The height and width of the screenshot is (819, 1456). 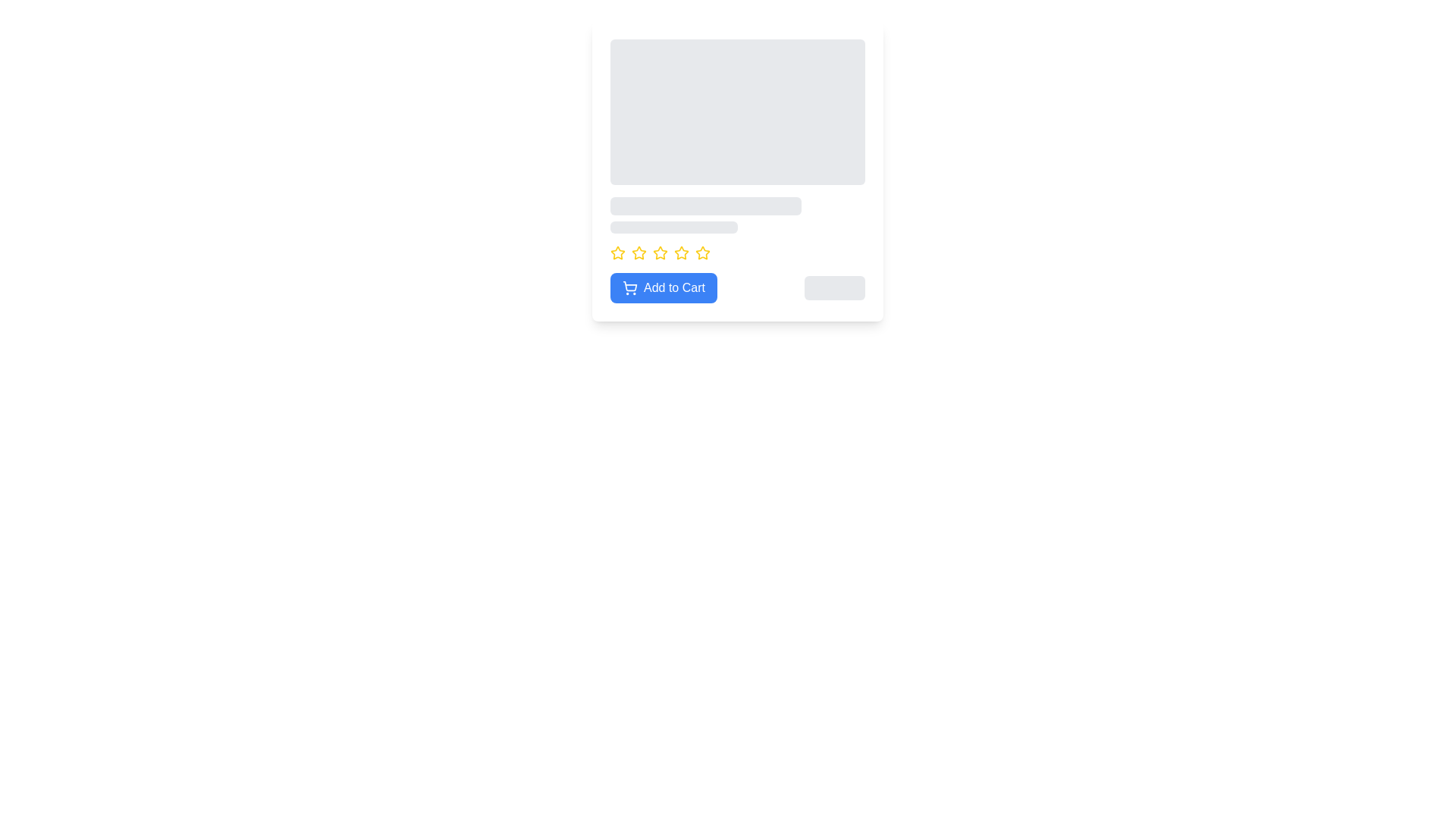 What do you see at coordinates (680, 253) in the screenshot?
I see `the sixth rating star icon` at bounding box center [680, 253].